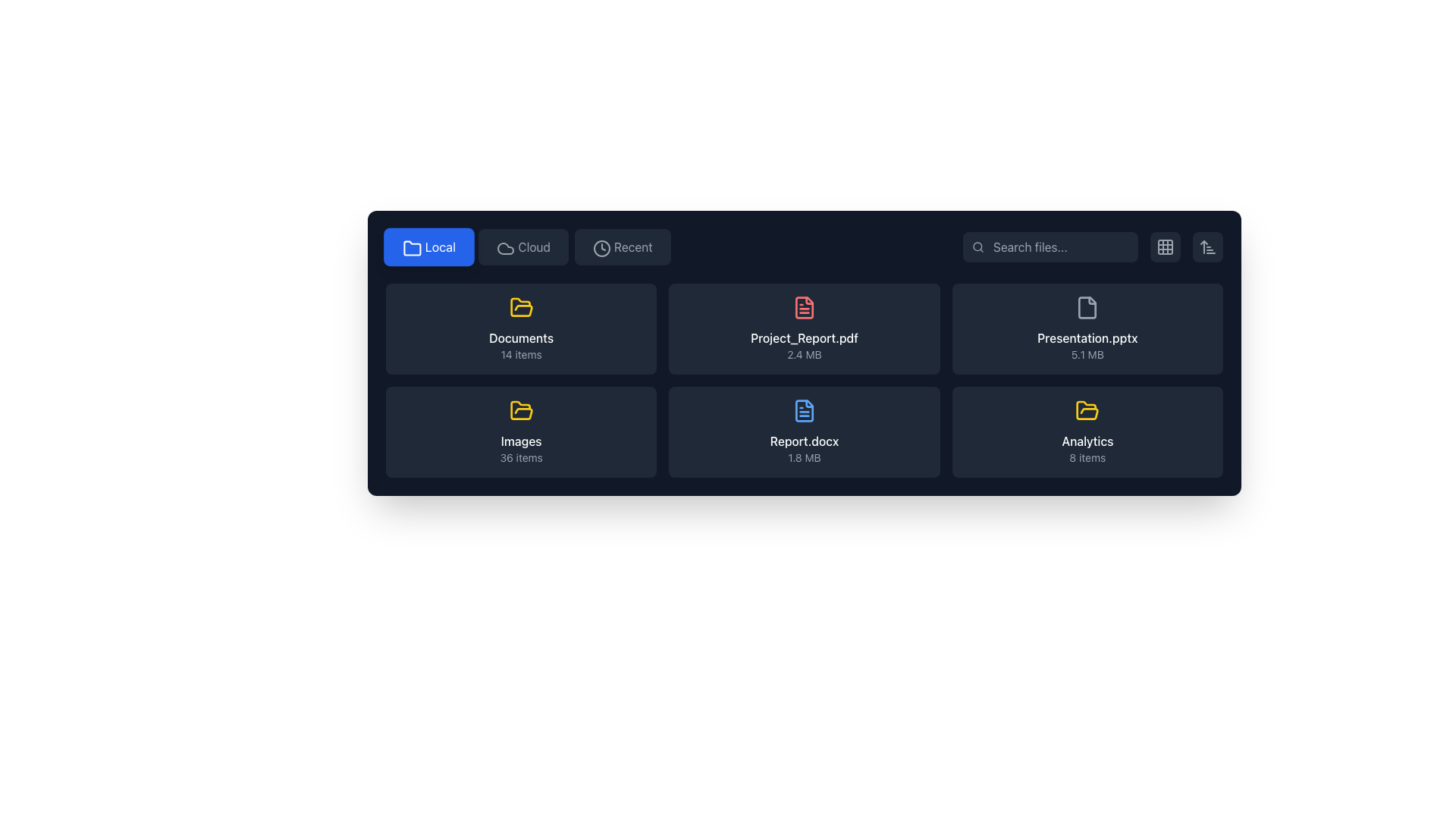  I want to click on the text label displaying '14 items' located below the title 'Documents' in the first card of the file grid section, so click(521, 354).